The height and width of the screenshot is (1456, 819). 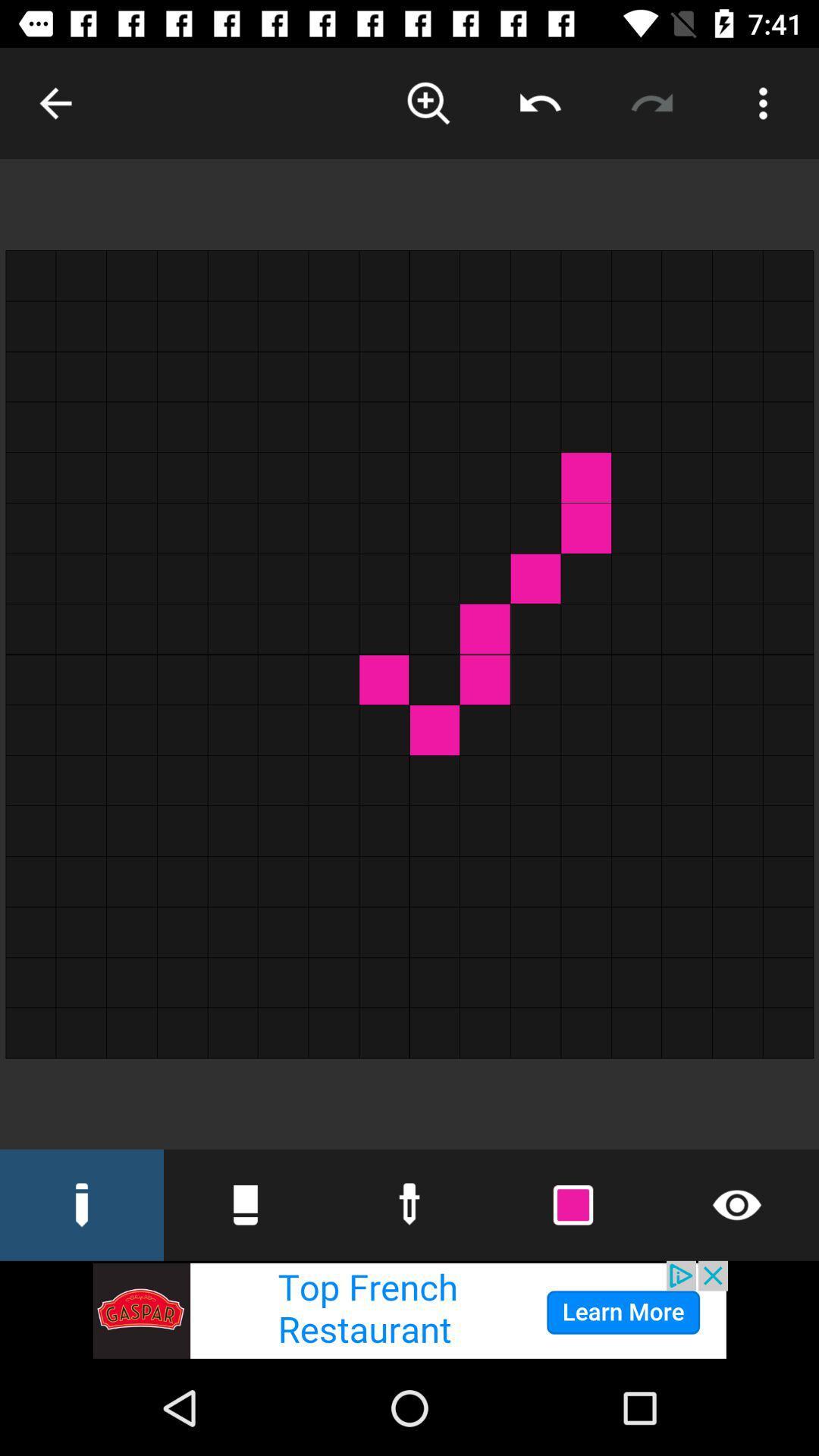 What do you see at coordinates (763, 102) in the screenshot?
I see `more option` at bounding box center [763, 102].